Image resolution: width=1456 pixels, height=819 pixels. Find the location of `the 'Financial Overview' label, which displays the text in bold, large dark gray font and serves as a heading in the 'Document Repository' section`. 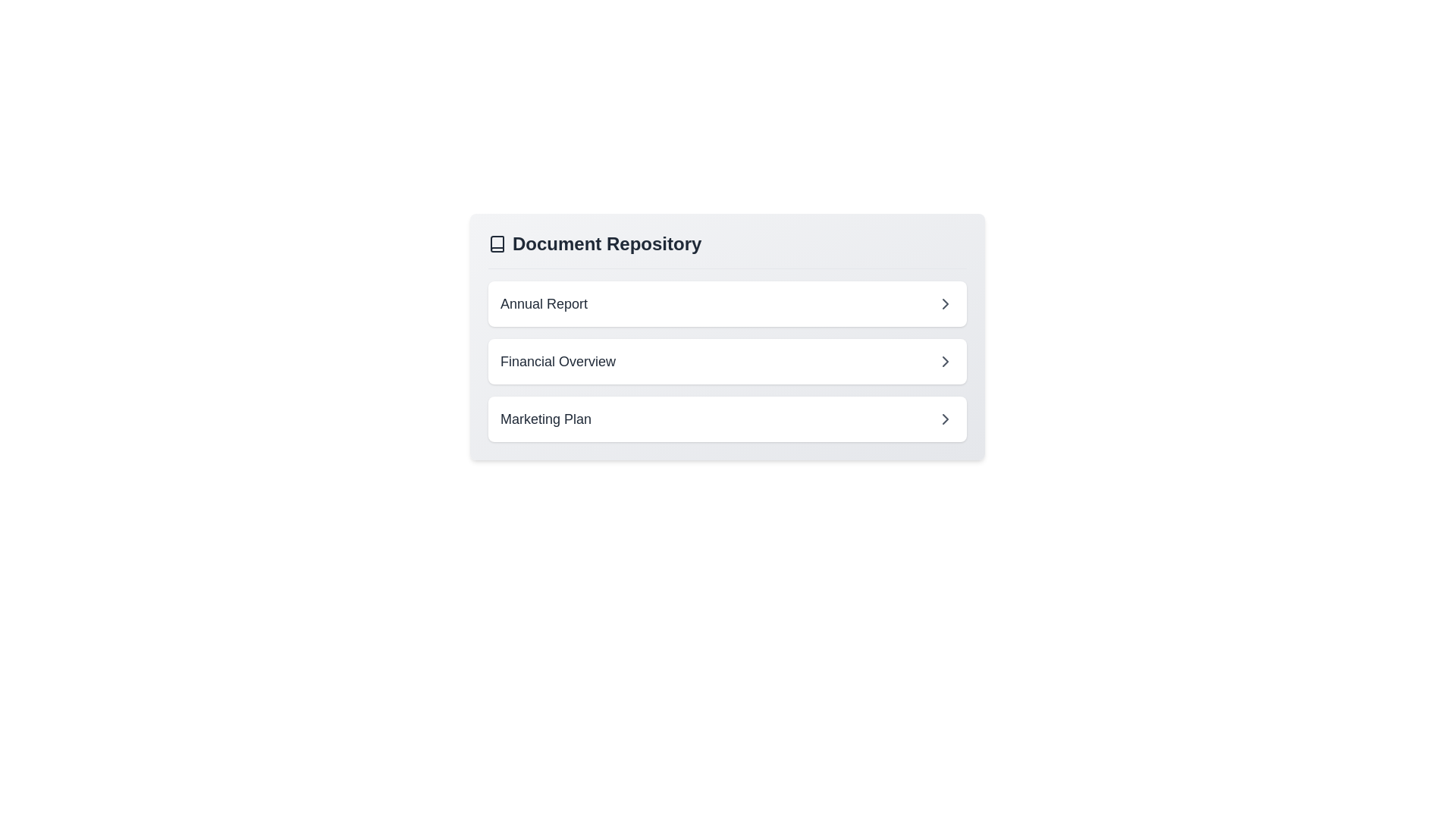

the 'Financial Overview' label, which displays the text in bold, large dark gray font and serves as a heading in the 'Document Repository' section is located at coordinates (557, 362).